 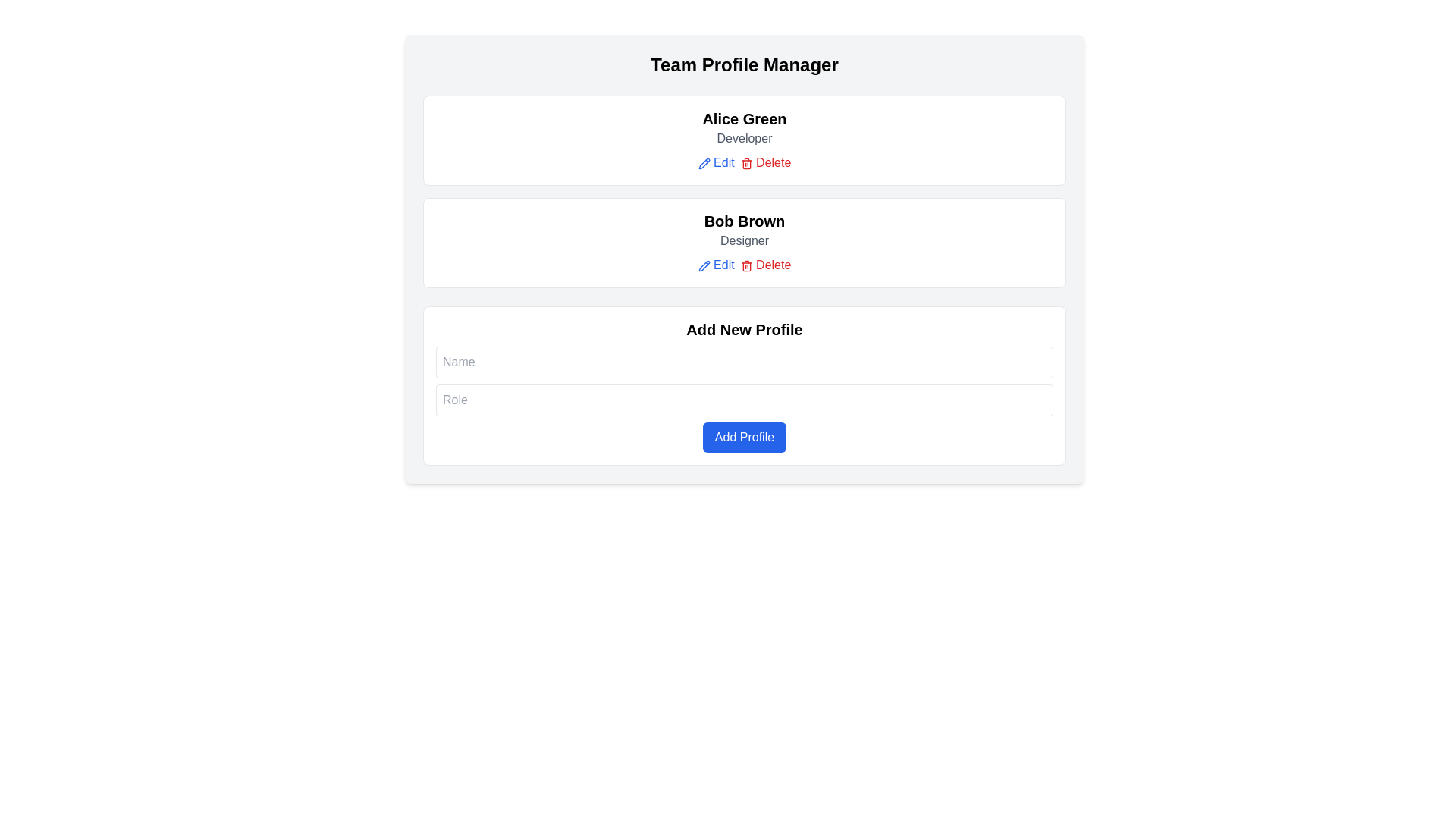 What do you see at coordinates (765, 163) in the screenshot?
I see `the 'Delete' button with a trash can icon located in the 'Alice Green' profile section` at bounding box center [765, 163].